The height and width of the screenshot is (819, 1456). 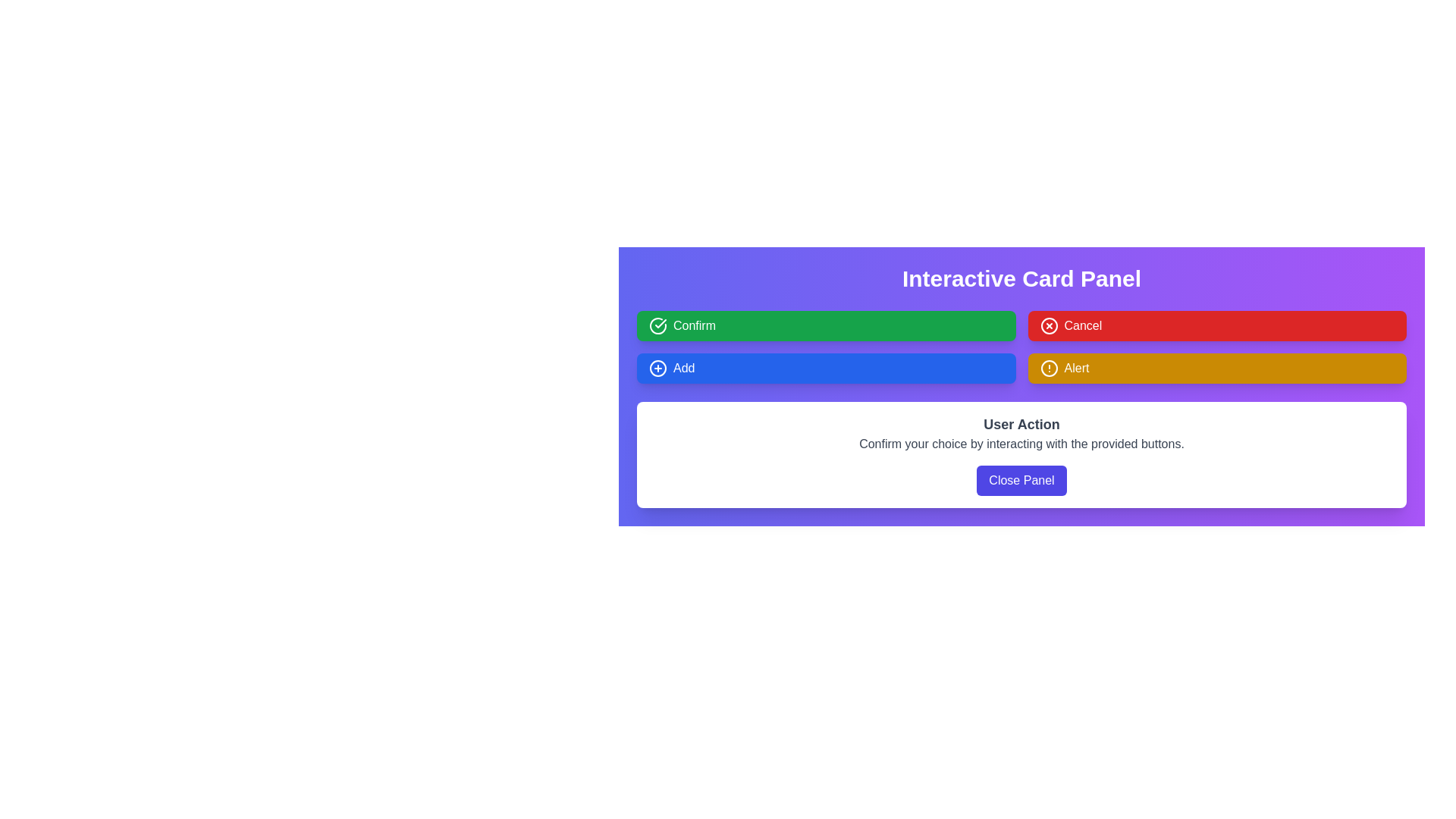 What do you see at coordinates (825, 325) in the screenshot?
I see `the confirmation button, which is the first button in the top row of the grid layout, to initiate a confirmation action` at bounding box center [825, 325].